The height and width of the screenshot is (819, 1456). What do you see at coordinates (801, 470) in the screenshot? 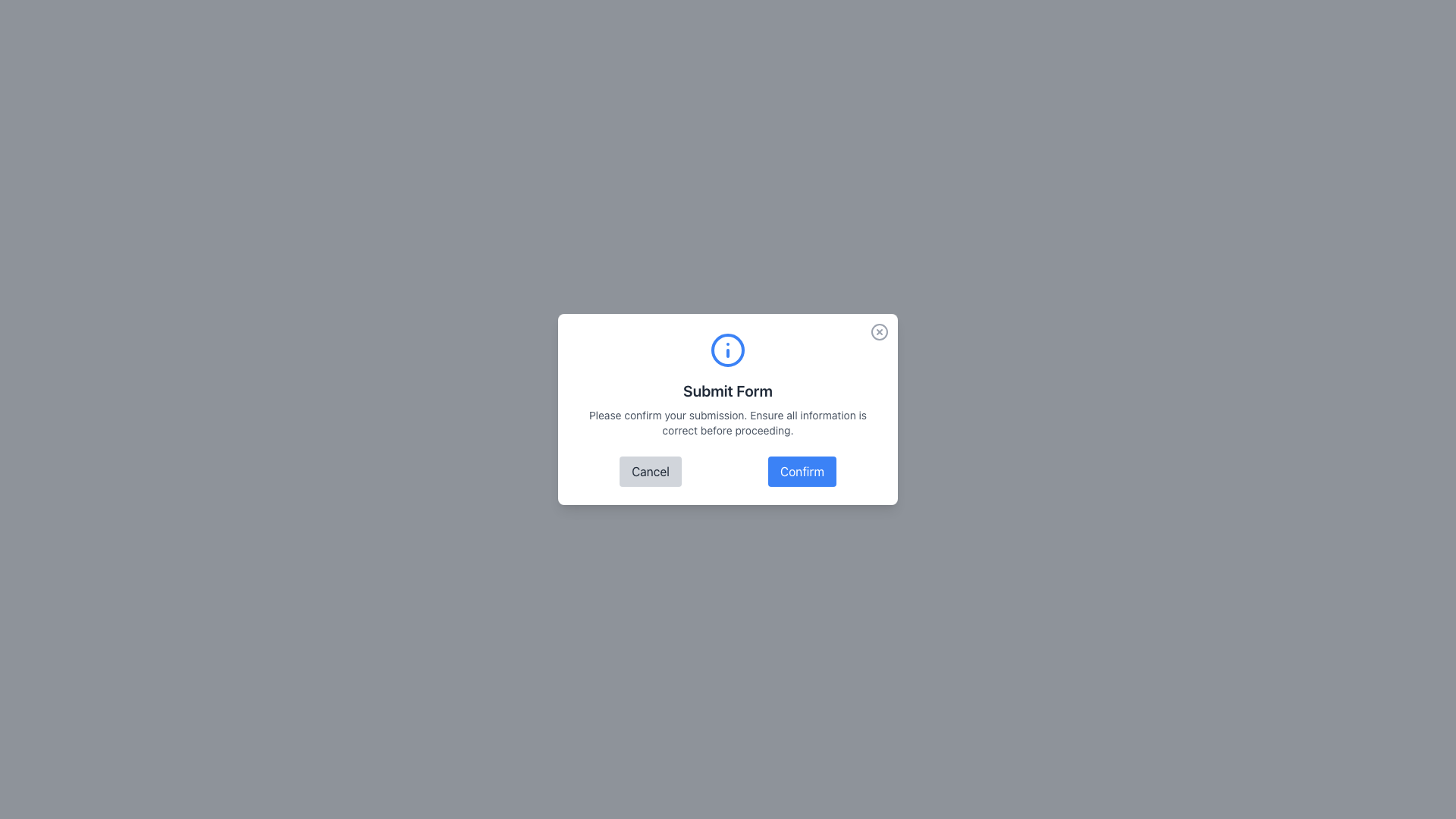
I see `the confirmation button located at the bottom of the modal dialog, which is the second button in a horizontal layout following the 'Cancel' button` at bounding box center [801, 470].